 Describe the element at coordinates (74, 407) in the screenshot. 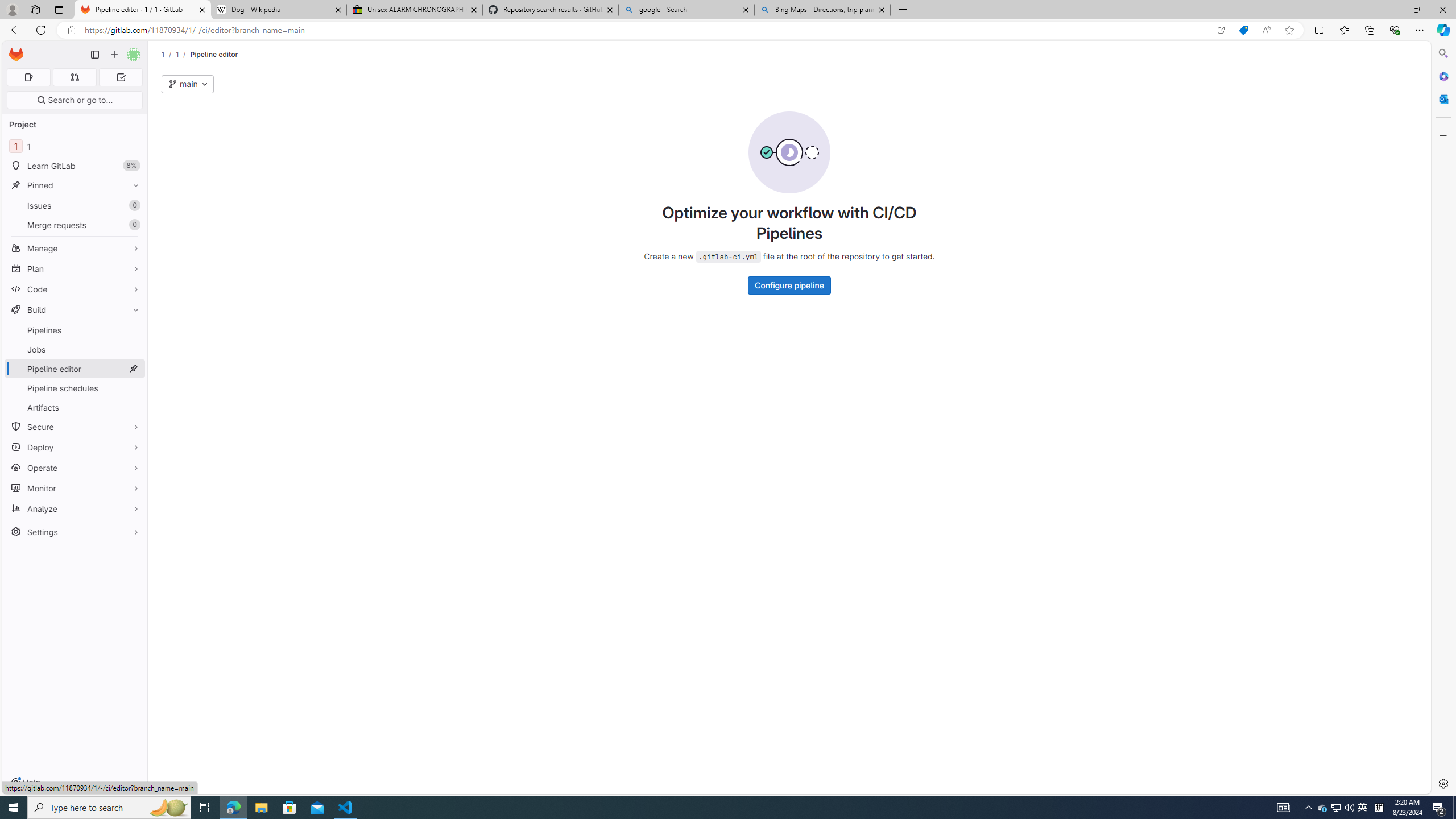

I see `'Artifacts'` at that location.